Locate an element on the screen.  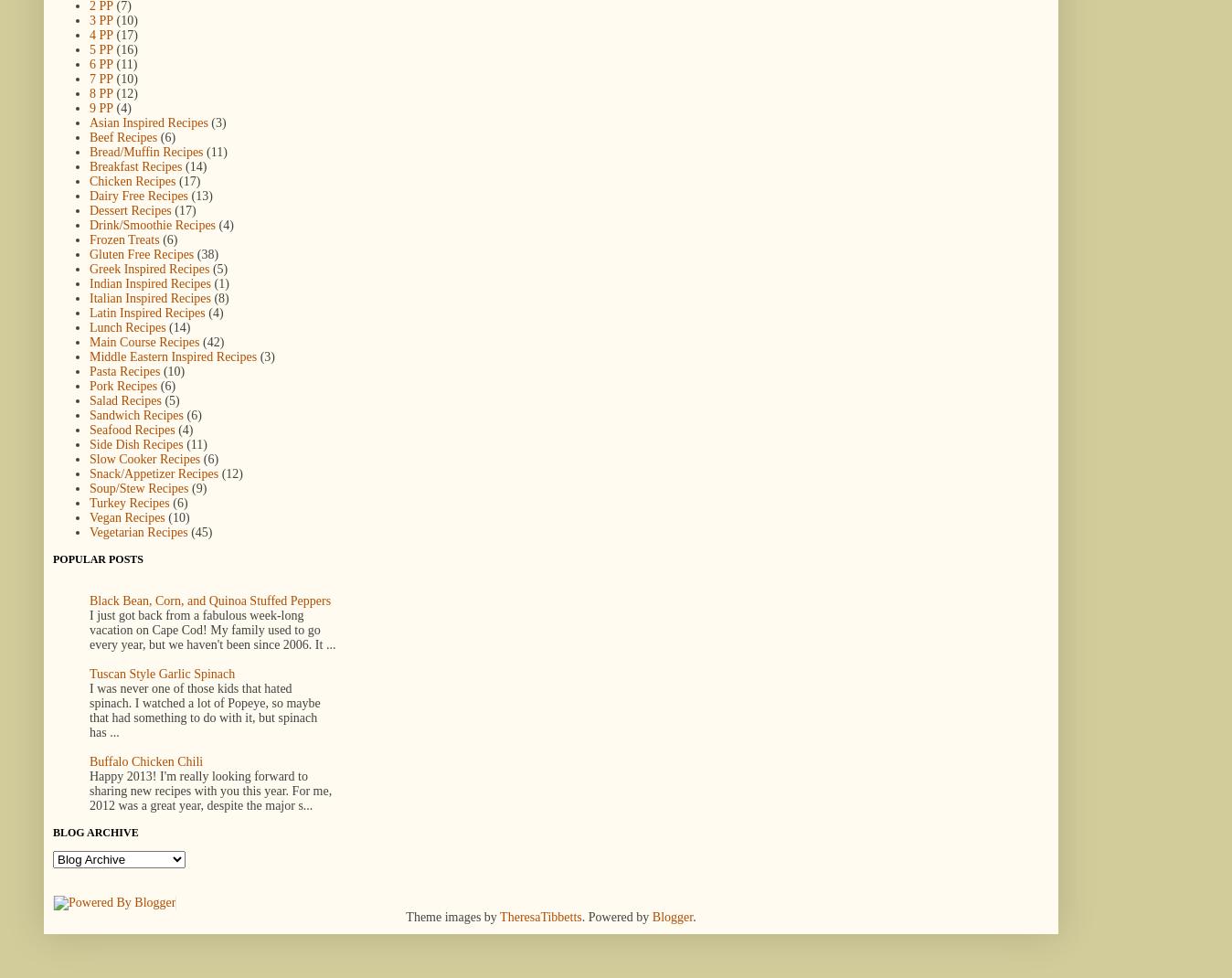
'5 PP' is located at coordinates (100, 48).